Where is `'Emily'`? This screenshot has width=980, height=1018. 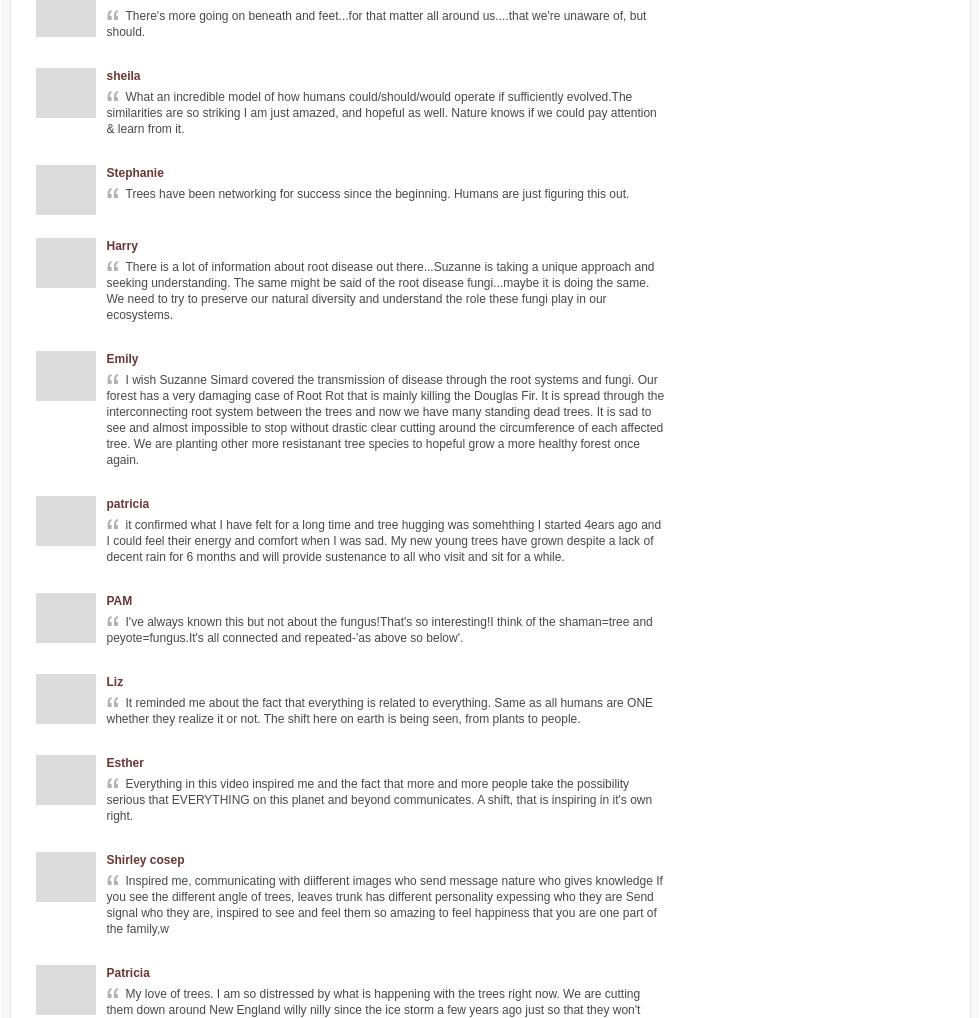 'Emily' is located at coordinates (122, 359).